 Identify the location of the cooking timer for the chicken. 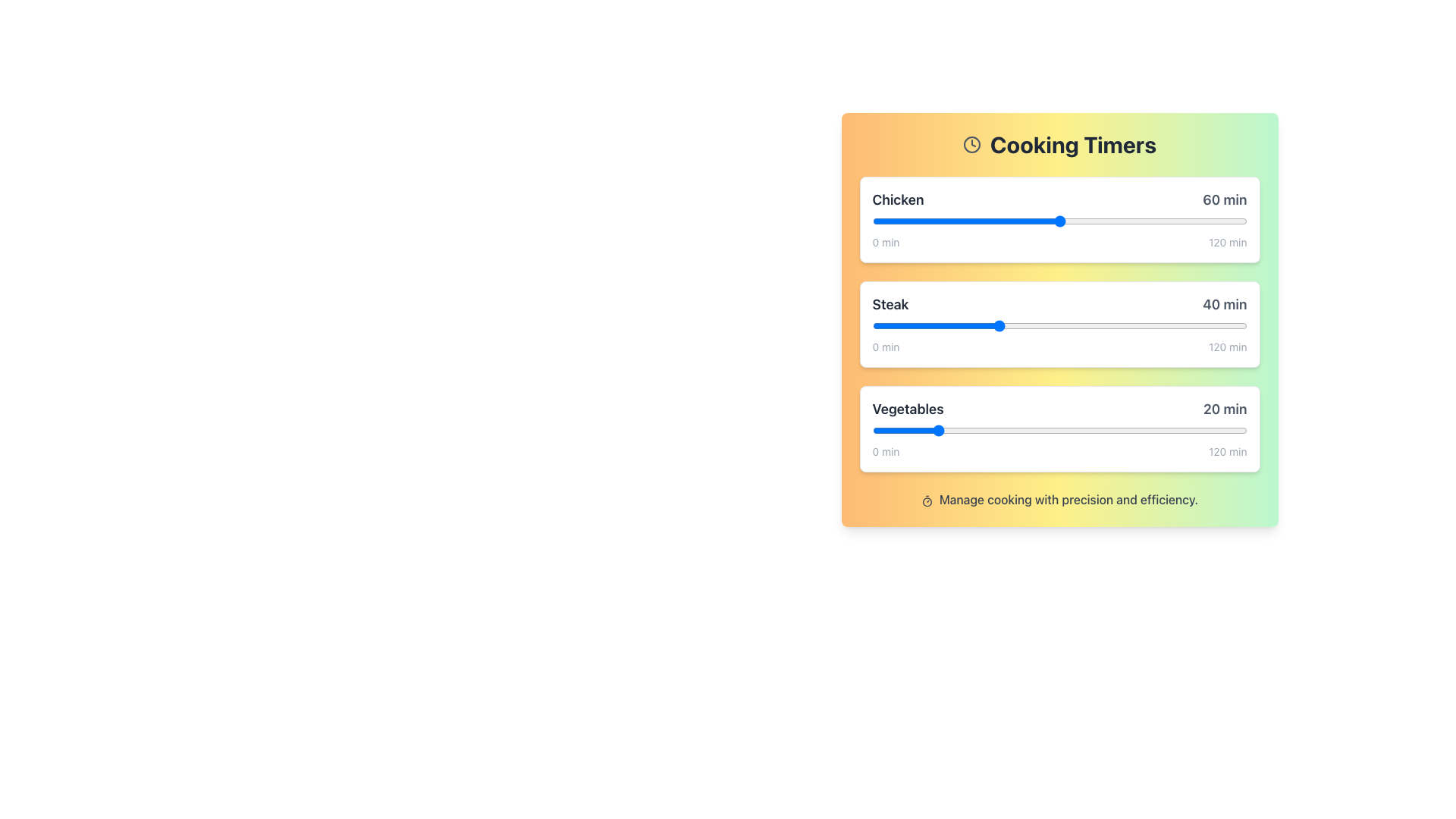
(900, 221).